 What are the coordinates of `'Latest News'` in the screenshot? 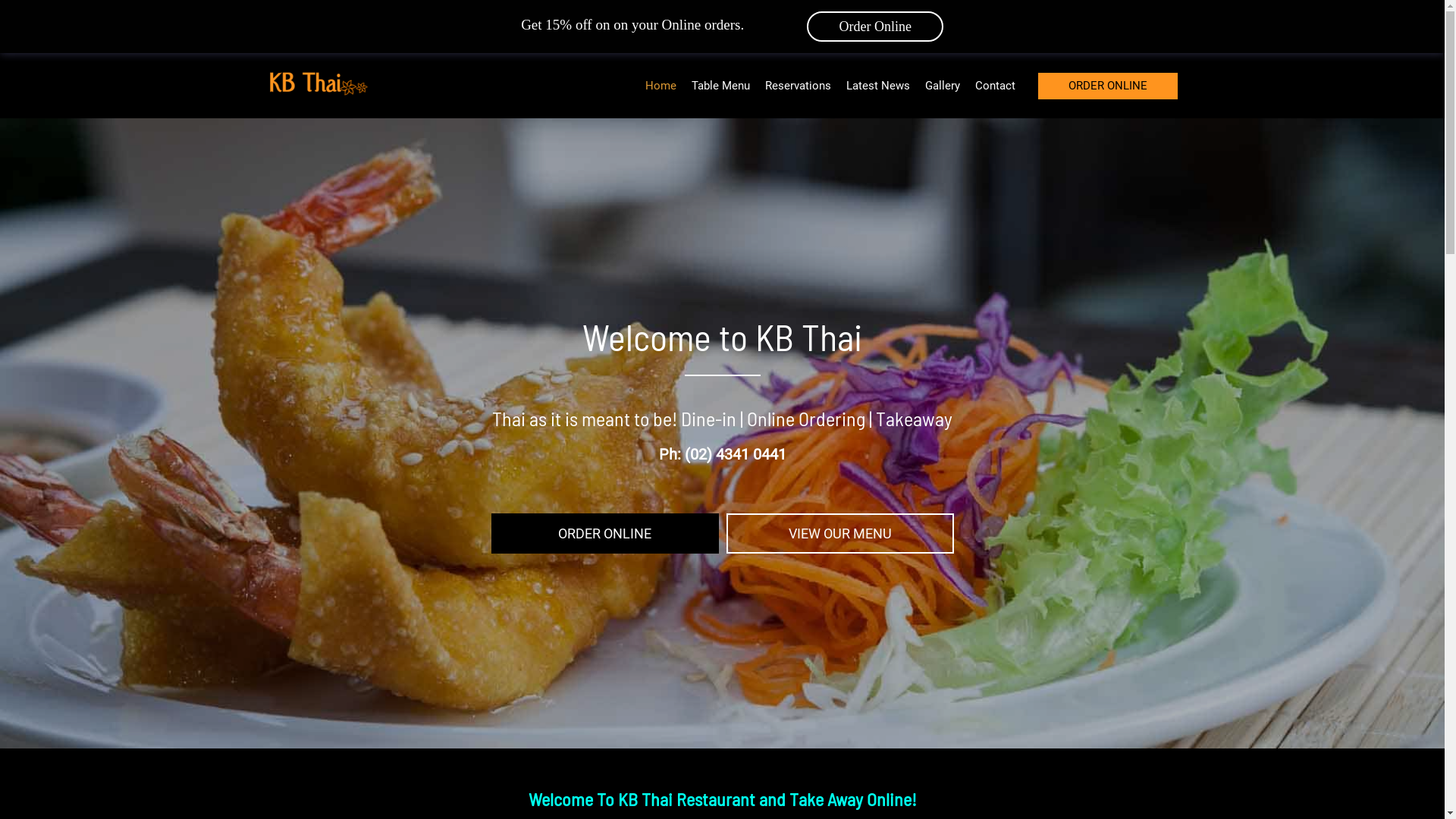 It's located at (877, 85).